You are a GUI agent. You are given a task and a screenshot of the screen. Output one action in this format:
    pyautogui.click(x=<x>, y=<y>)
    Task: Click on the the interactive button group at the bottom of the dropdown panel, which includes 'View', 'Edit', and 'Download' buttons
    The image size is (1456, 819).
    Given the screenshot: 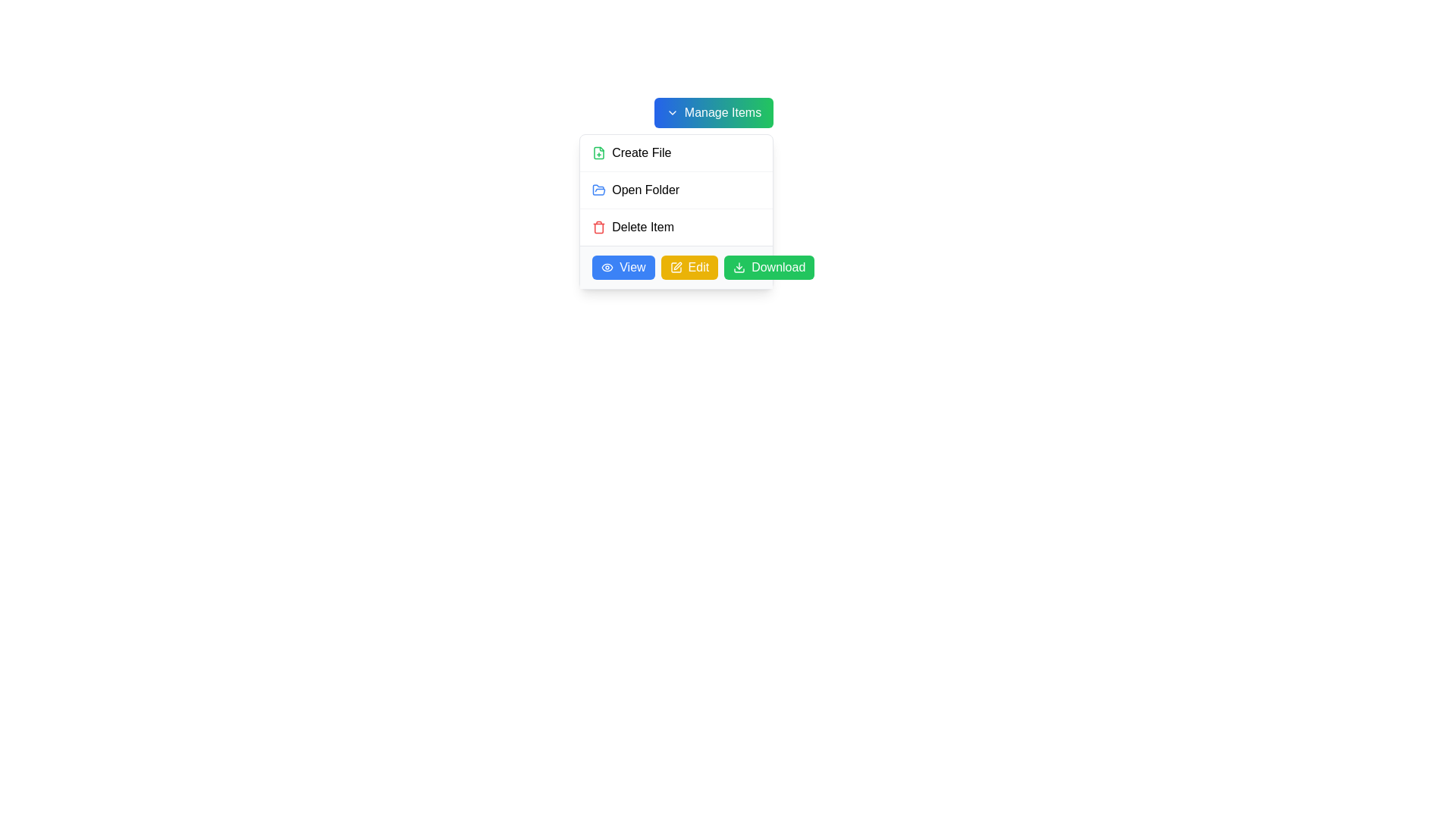 What is the action you would take?
    pyautogui.click(x=676, y=266)
    